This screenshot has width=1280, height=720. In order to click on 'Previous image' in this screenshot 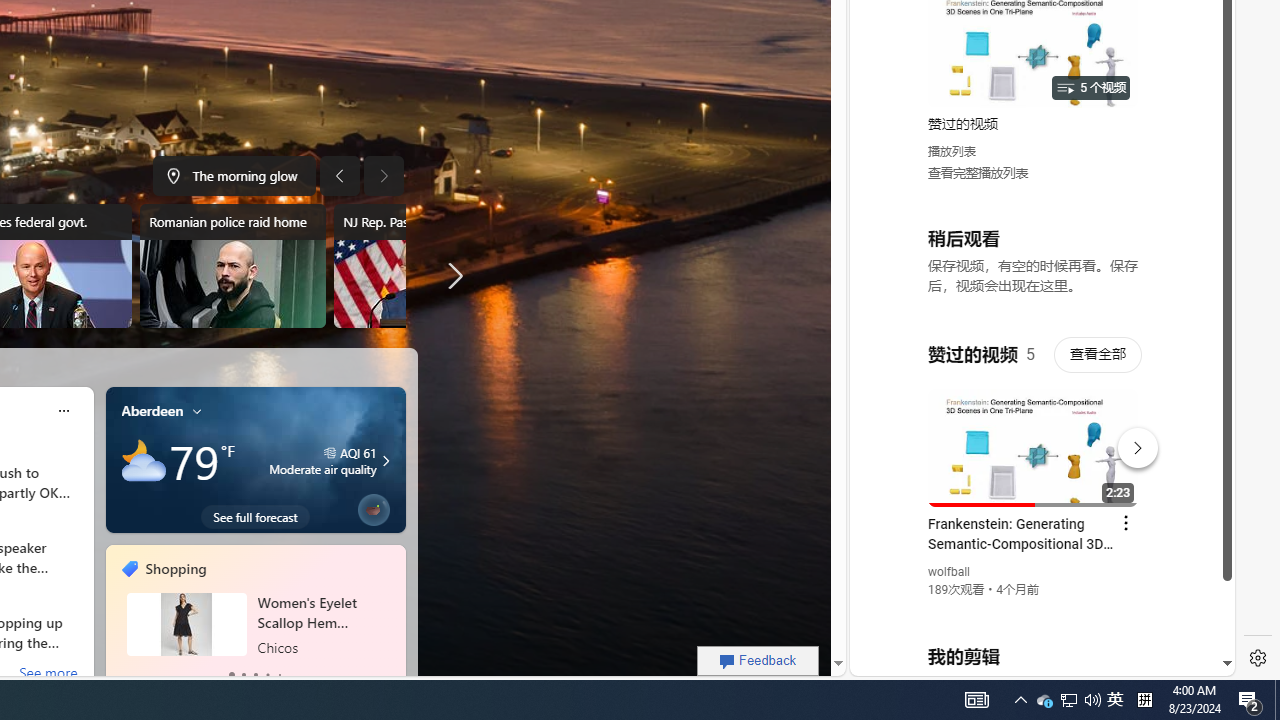, I will do `click(339, 175)`.